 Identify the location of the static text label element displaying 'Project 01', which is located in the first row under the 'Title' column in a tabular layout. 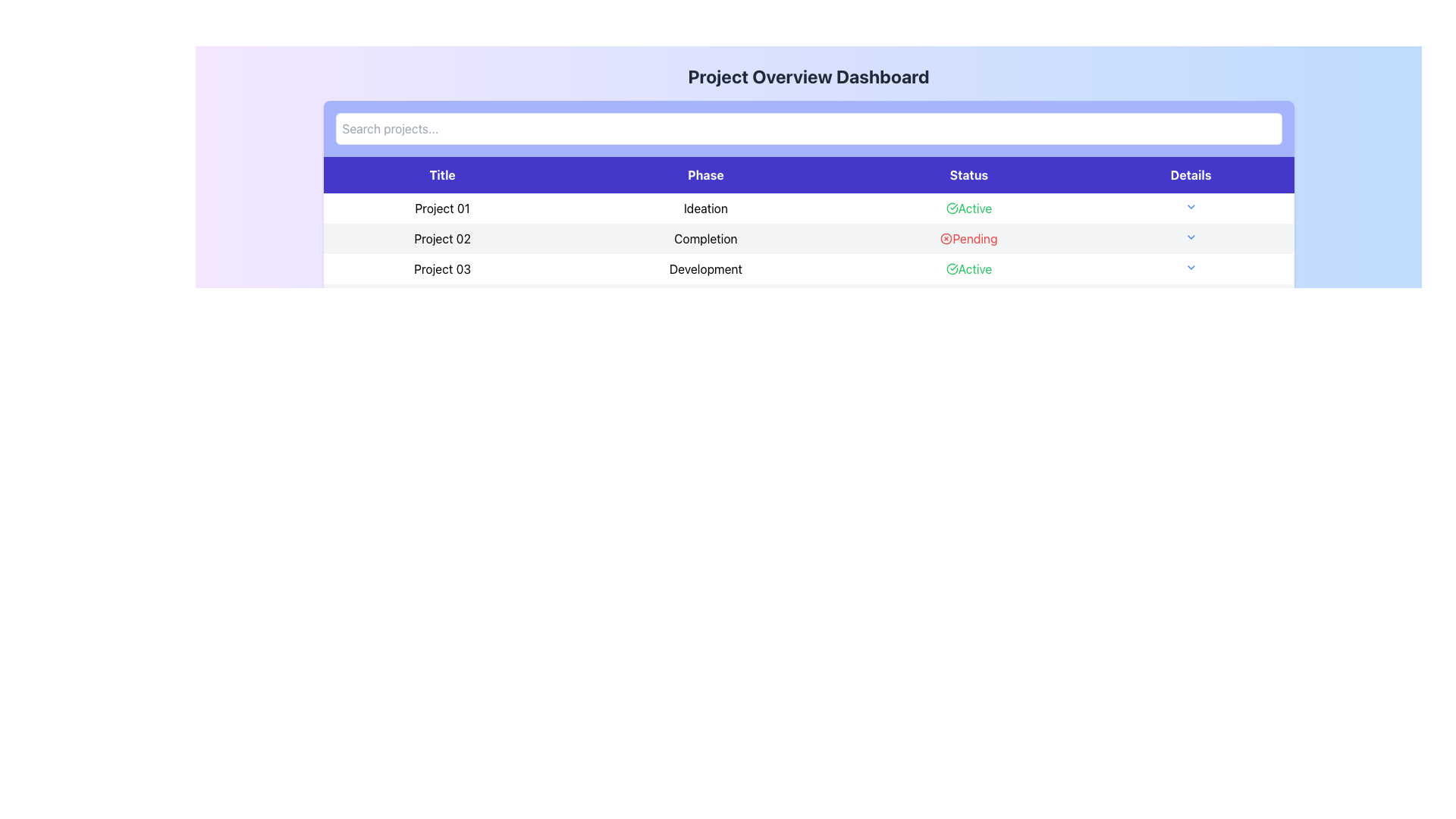
(441, 208).